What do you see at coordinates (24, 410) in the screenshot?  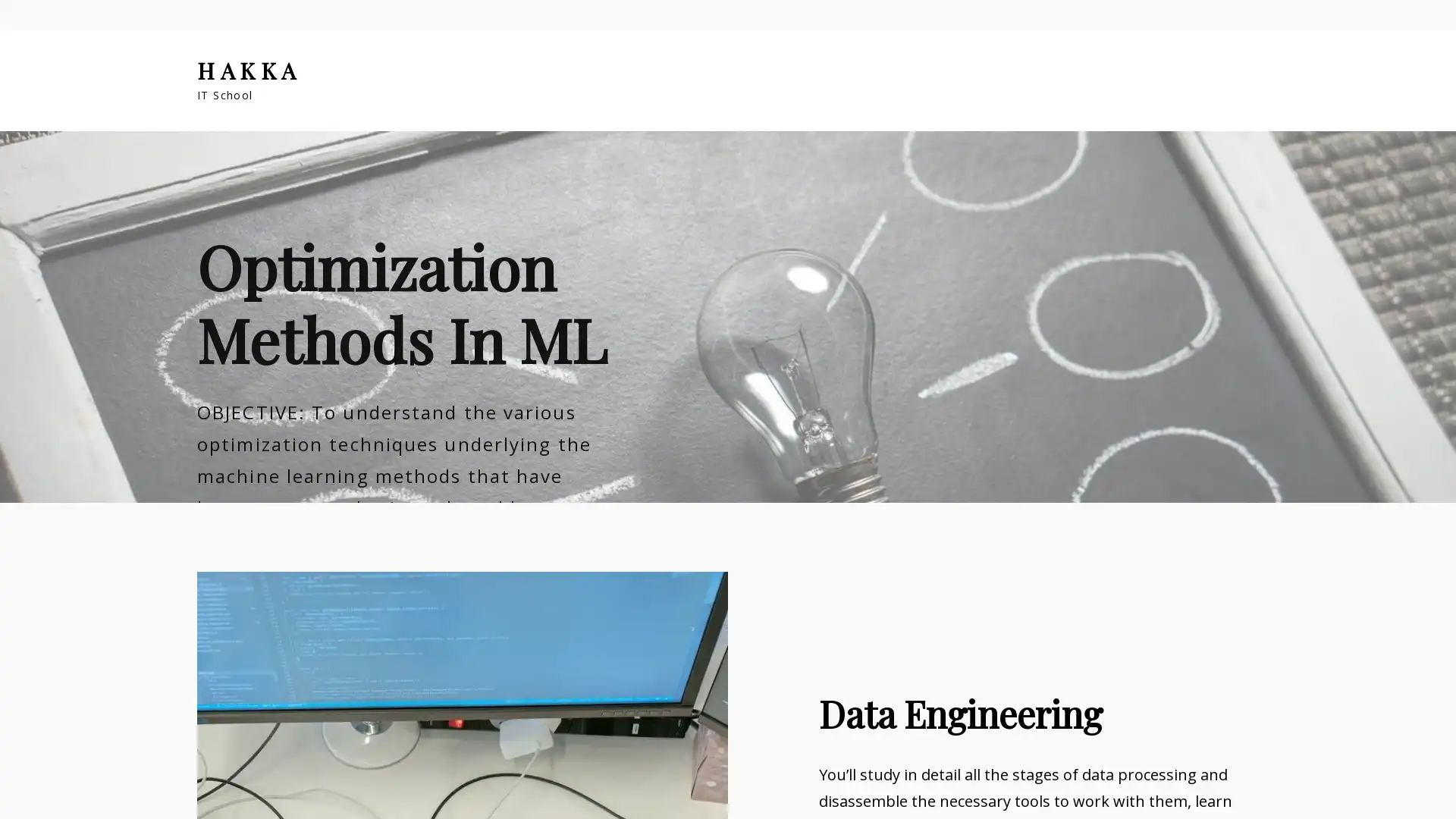 I see `Previous` at bounding box center [24, 410].